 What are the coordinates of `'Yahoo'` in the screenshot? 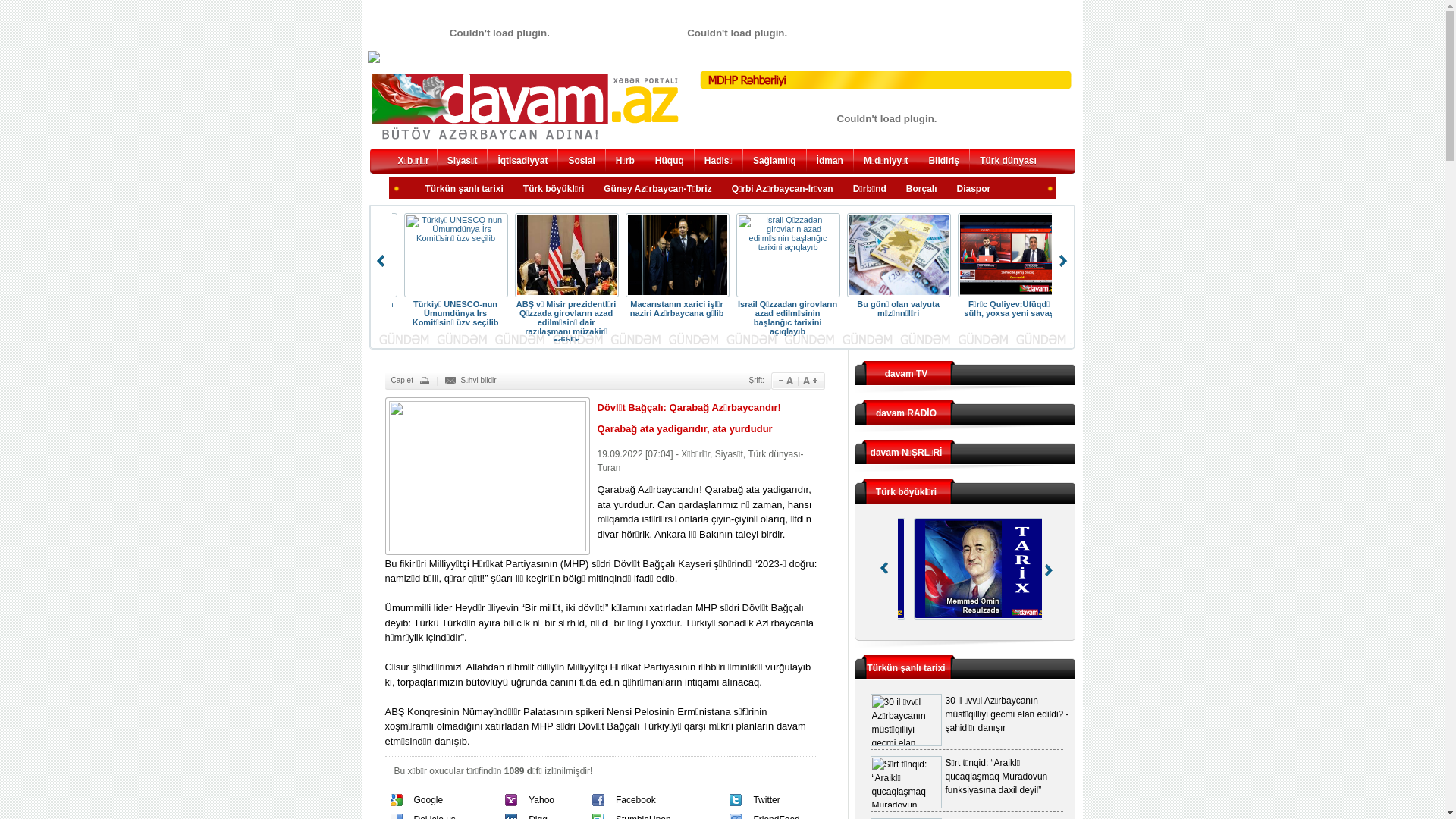 It's located at (541, 799).